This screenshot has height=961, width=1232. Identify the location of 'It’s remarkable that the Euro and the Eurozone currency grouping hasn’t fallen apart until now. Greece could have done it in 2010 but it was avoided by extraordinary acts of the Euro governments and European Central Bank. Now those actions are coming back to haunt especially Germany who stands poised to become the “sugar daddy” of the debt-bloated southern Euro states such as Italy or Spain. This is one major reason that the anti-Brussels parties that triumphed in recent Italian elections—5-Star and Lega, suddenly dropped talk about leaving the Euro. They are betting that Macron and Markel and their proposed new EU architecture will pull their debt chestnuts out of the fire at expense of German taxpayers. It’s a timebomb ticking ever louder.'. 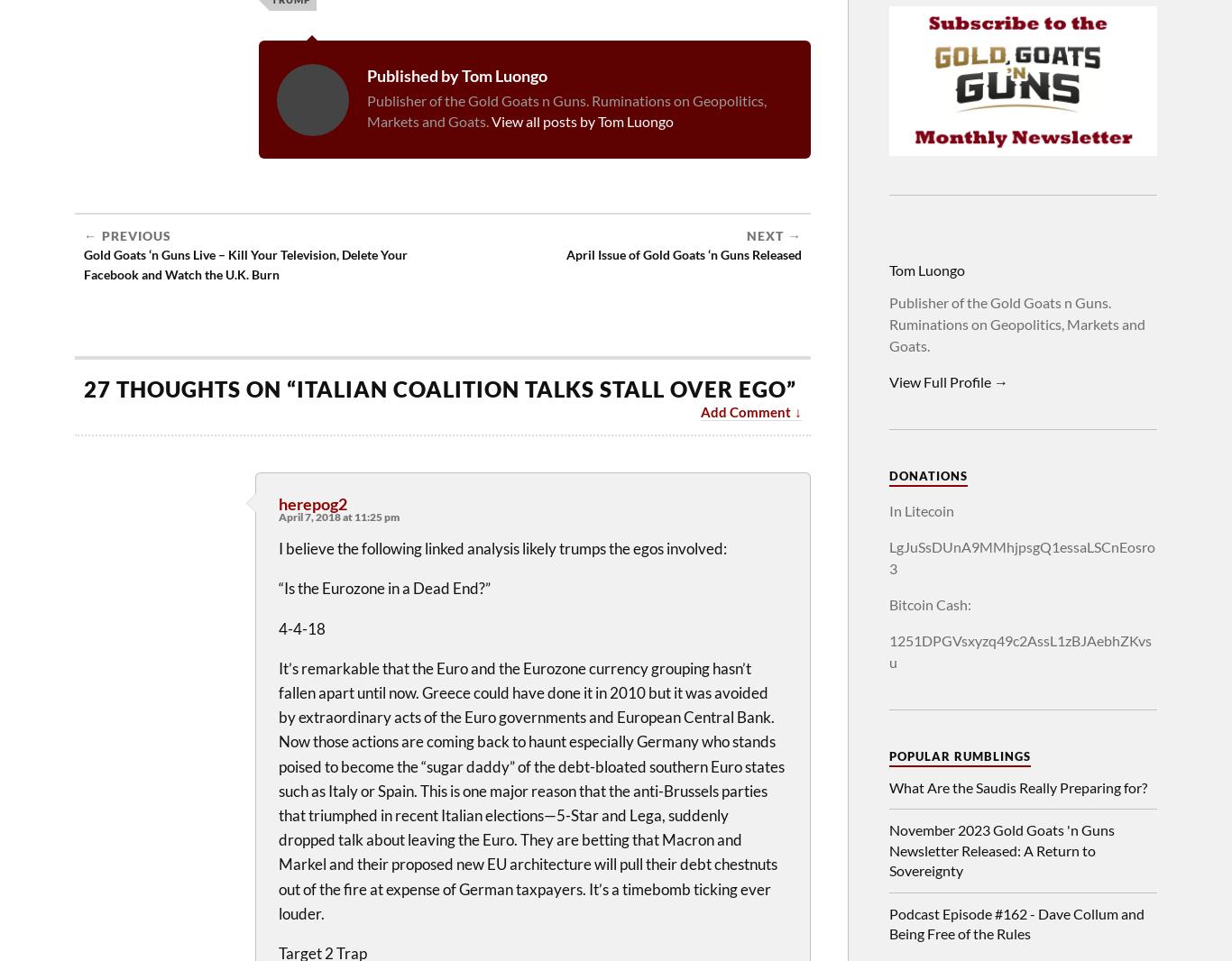
(530, 790).